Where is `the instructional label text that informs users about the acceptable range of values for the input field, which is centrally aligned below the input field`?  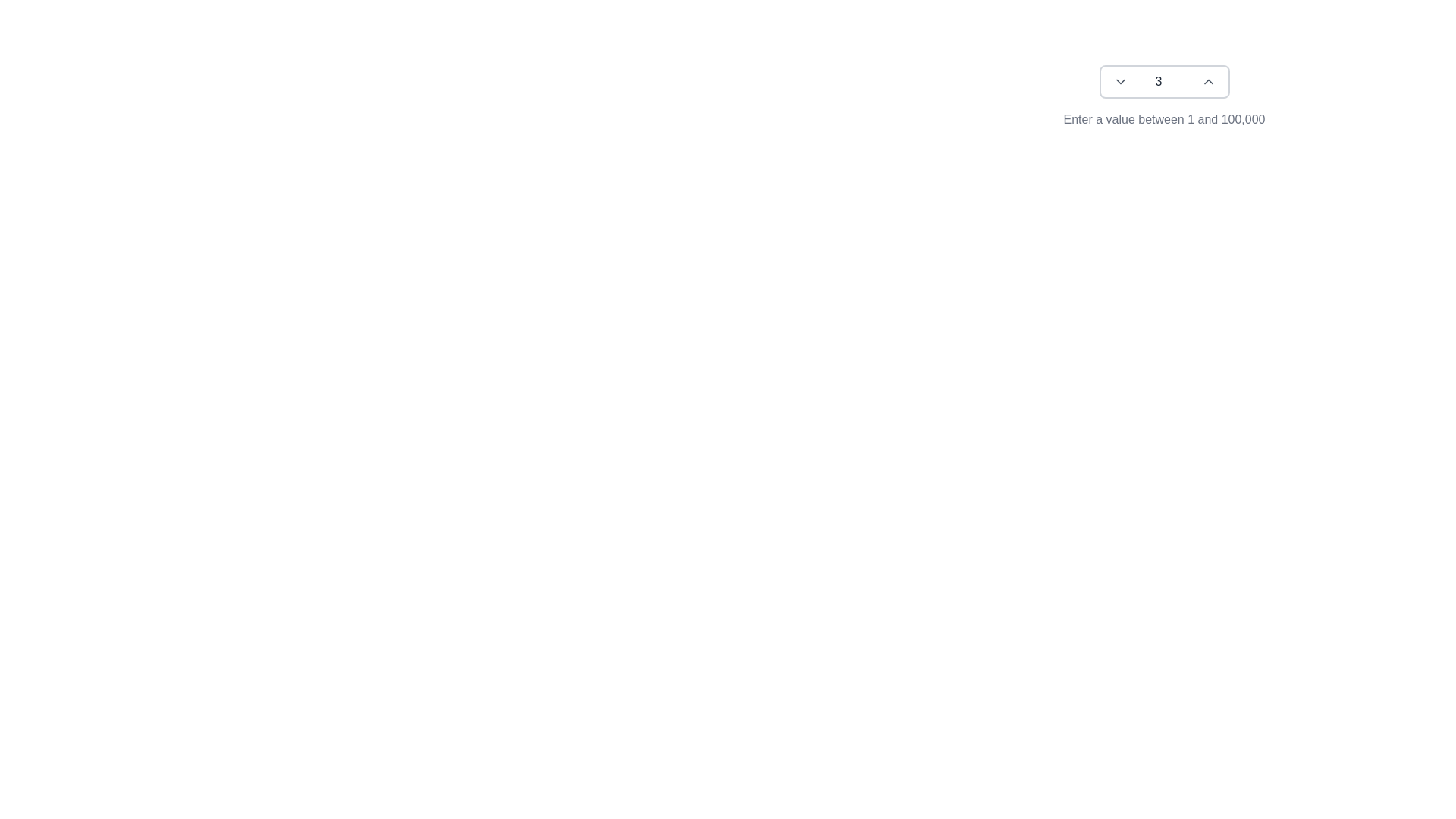
the instructional label text that informs users about the acceptable range of values for the input field, which is centrally aligned below the input field is located at coordinates (1163, 119).